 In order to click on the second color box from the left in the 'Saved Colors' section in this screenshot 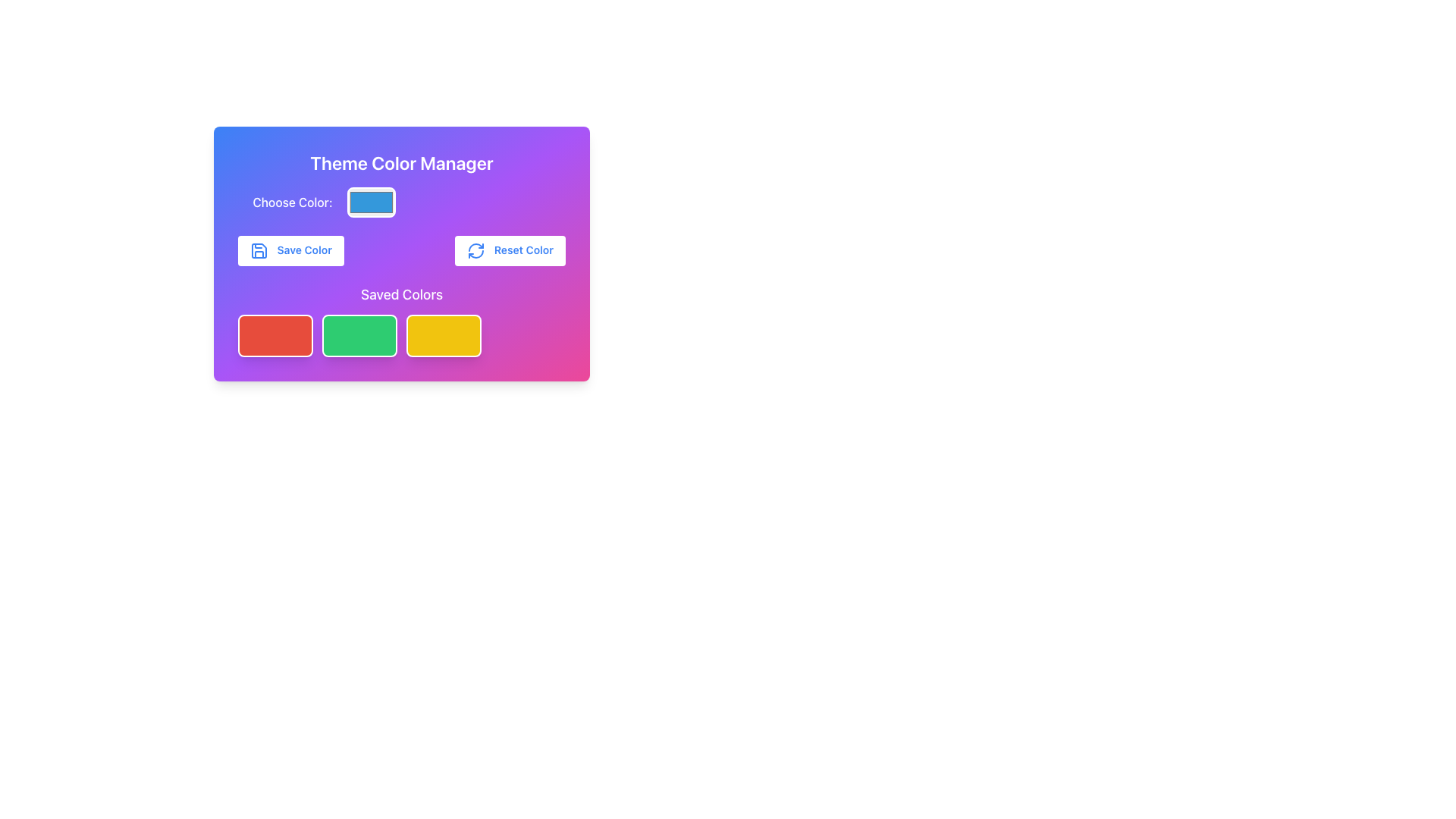, I will do `click(359, 335)`.